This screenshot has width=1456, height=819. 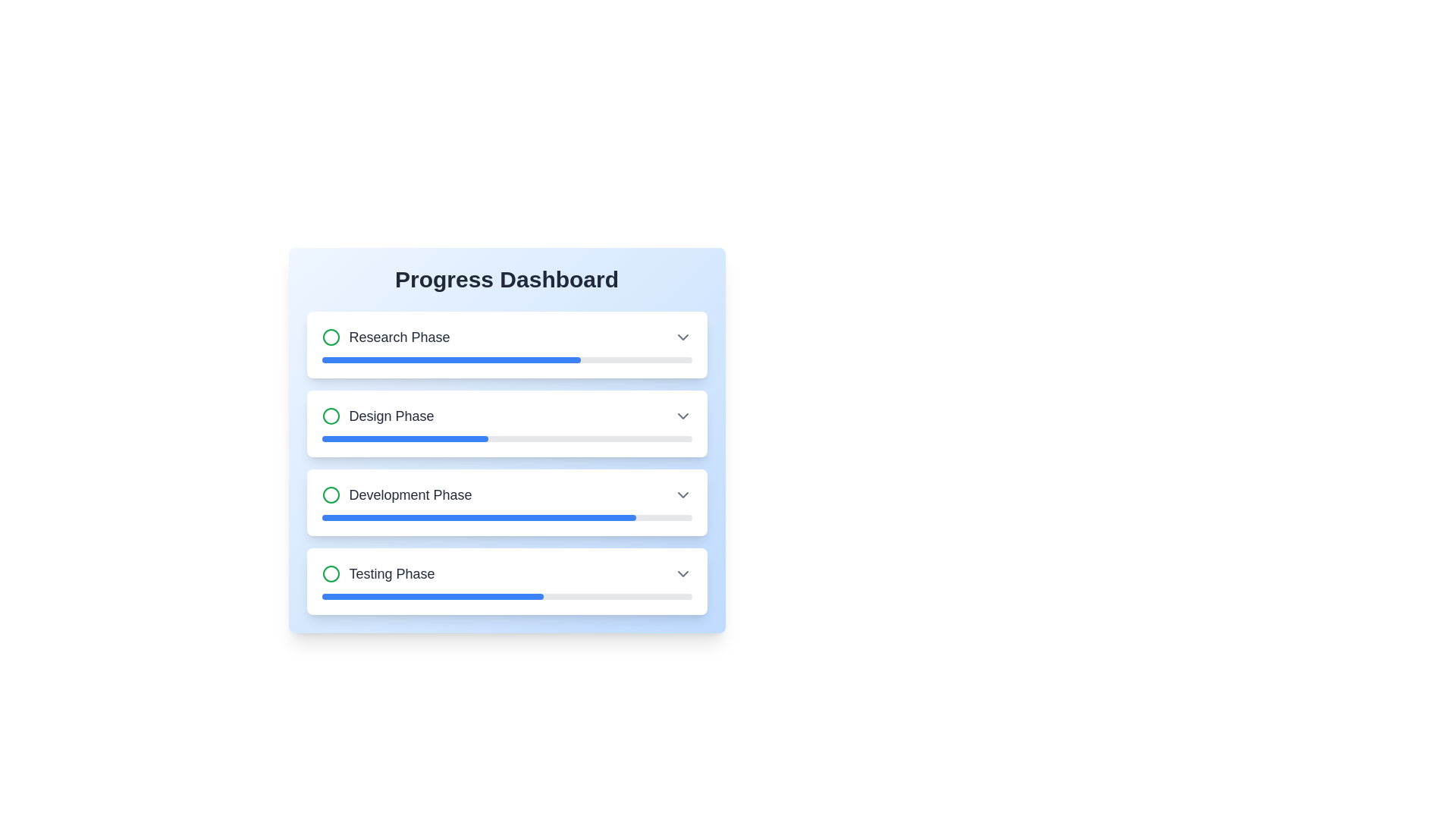 What do you see at coordinates (507, 280) in the screenshot?
I see `text of the header titled 'Progress Dashboard', which is styled prominently and centrally located at the top of the section` at bounding box center [507, 280].